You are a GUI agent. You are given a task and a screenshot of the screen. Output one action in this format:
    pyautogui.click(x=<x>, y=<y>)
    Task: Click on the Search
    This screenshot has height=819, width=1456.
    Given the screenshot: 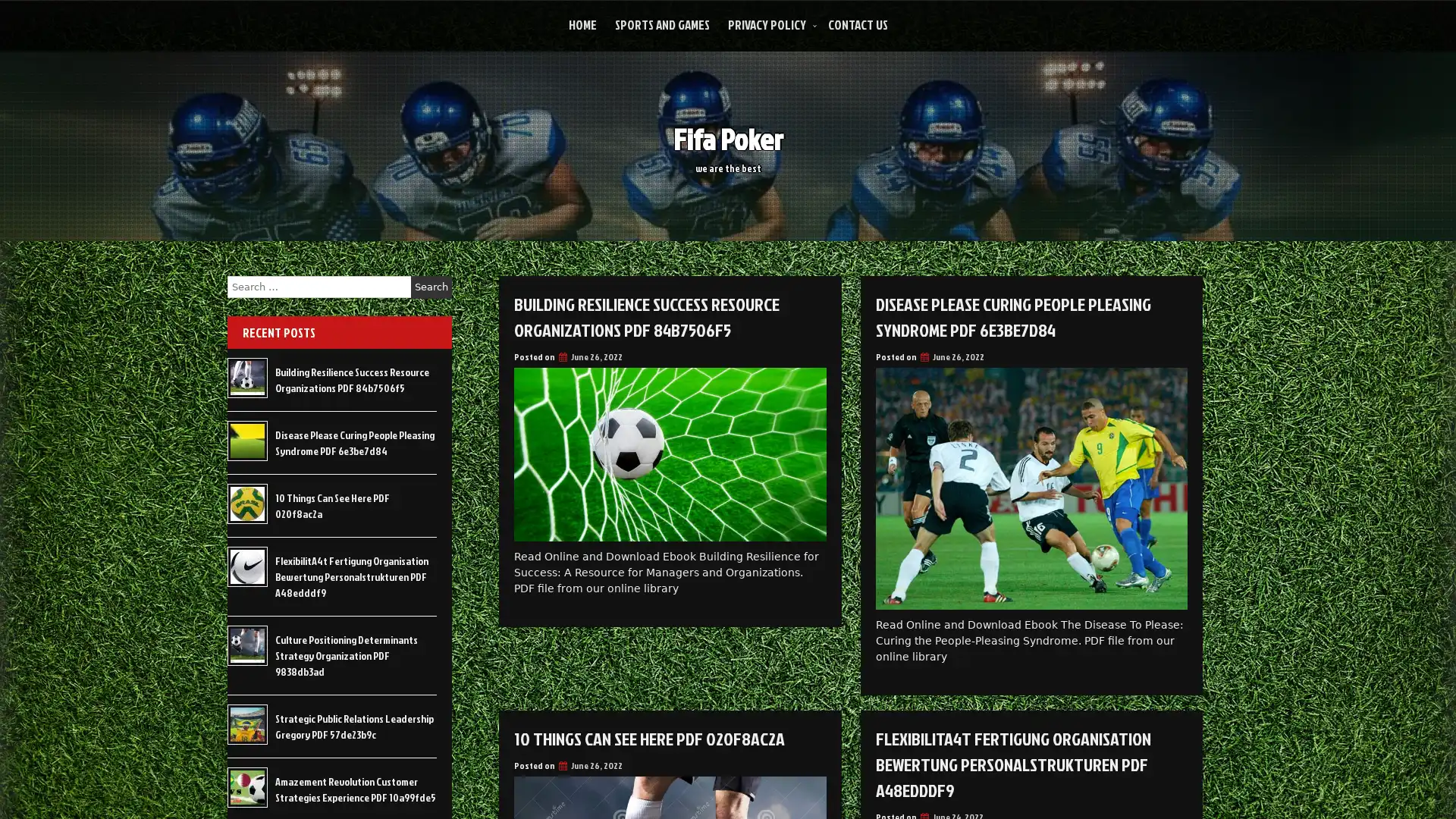 What is the action you would take?
    pyautogui.click(x=431, y=287)
    